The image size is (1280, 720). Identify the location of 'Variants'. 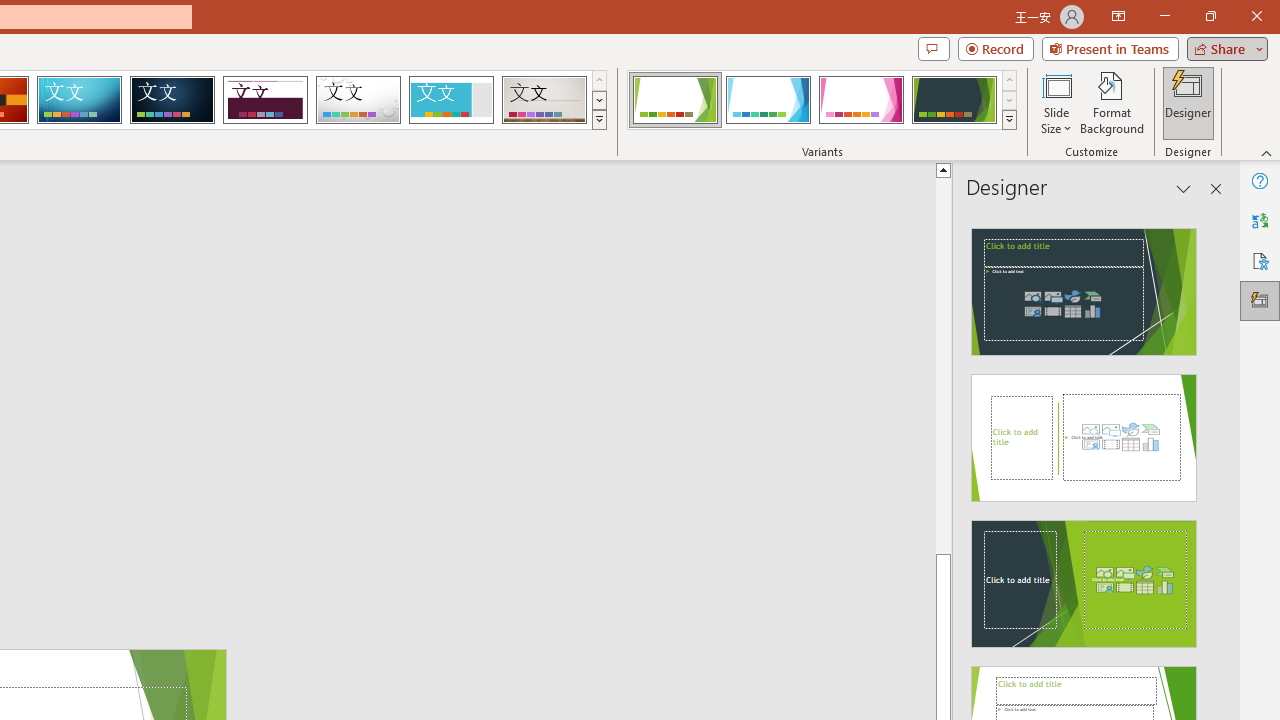
(1009, 120).